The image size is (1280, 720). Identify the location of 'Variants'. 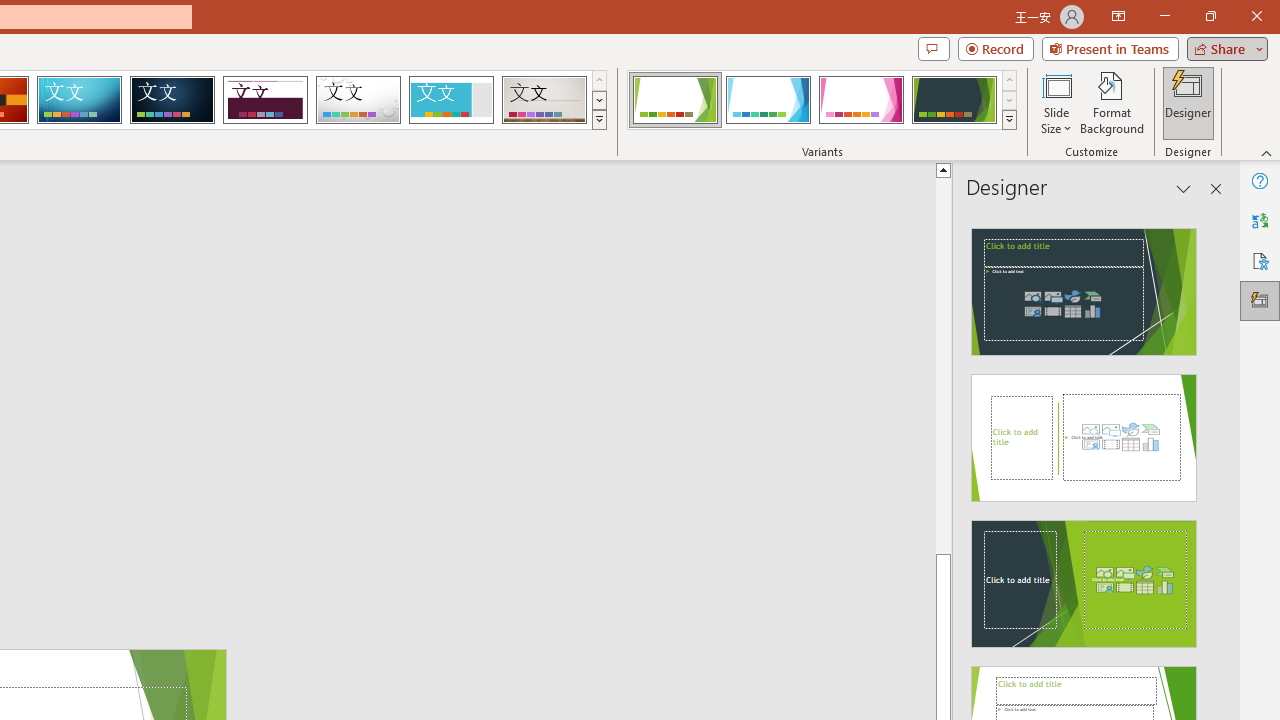
(1009, 120).